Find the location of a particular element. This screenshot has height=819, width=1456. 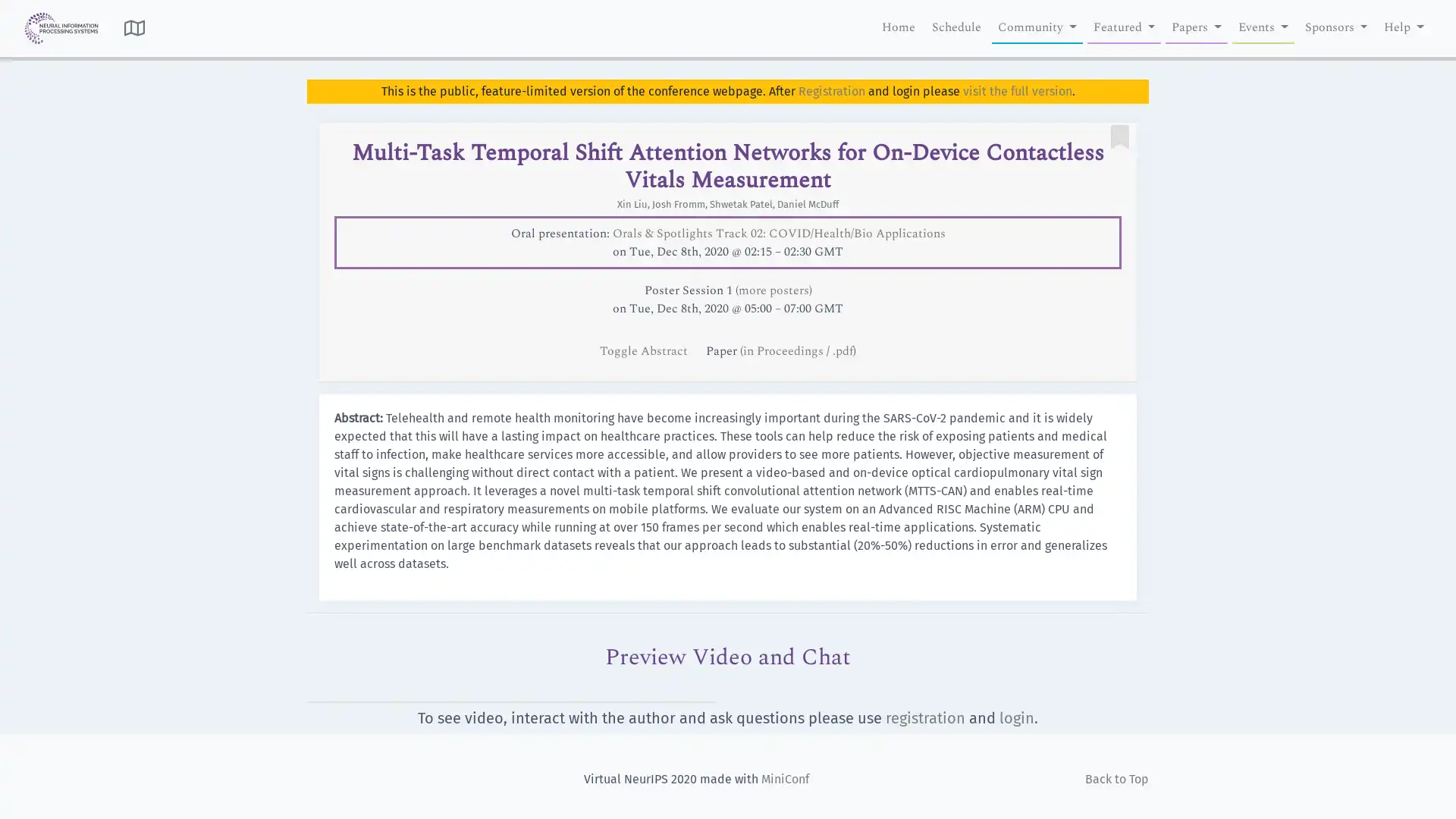

Toggle Abstract is located at coordinates (645, 350).